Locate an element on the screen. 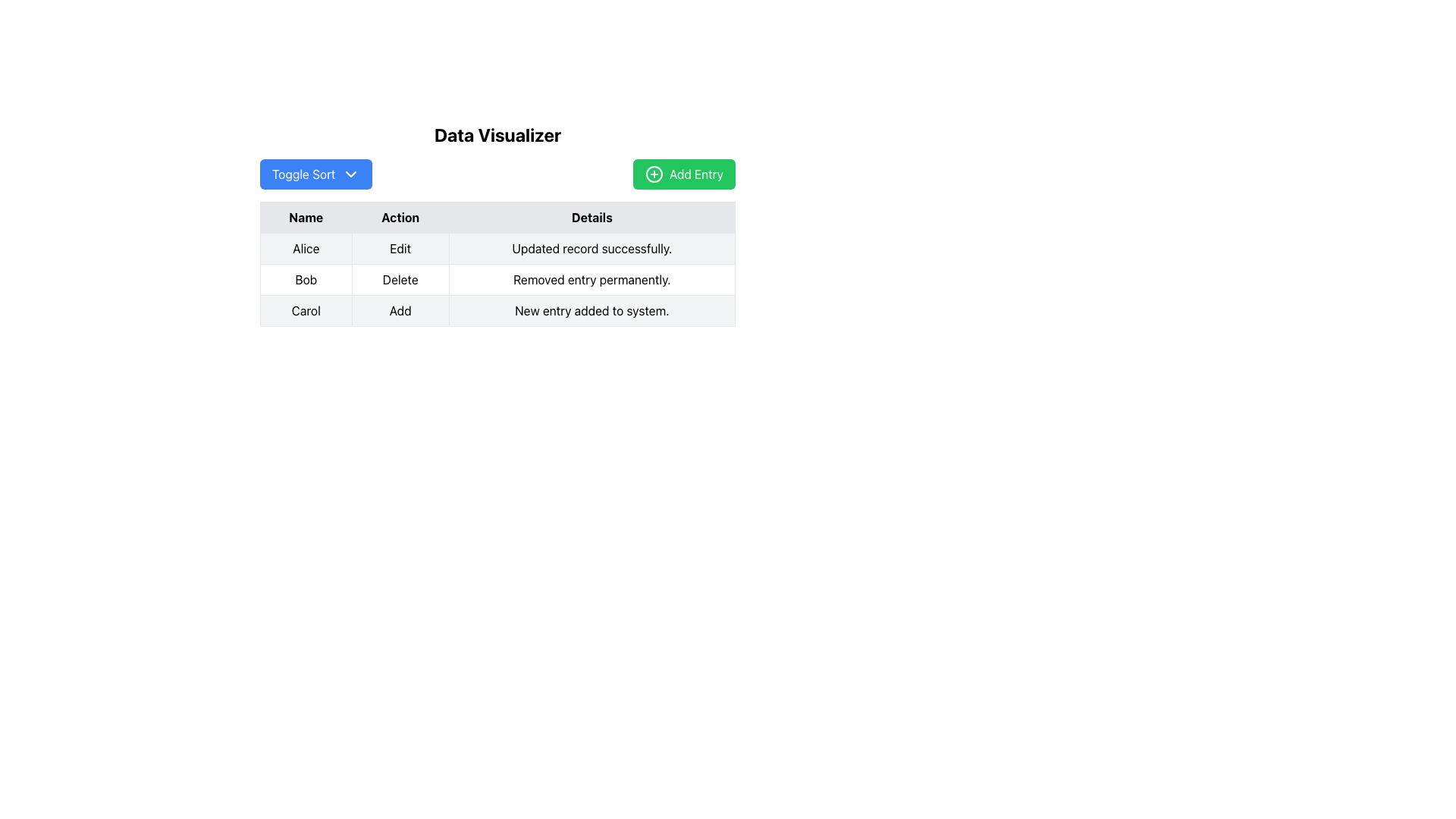 This screenshot has height=819, width=1456. the Table Header Cell that labels the 'Action' column, located in the second column of the table header row, between the 'Name' and 'Details' columns is located at coordinates (400, 217).